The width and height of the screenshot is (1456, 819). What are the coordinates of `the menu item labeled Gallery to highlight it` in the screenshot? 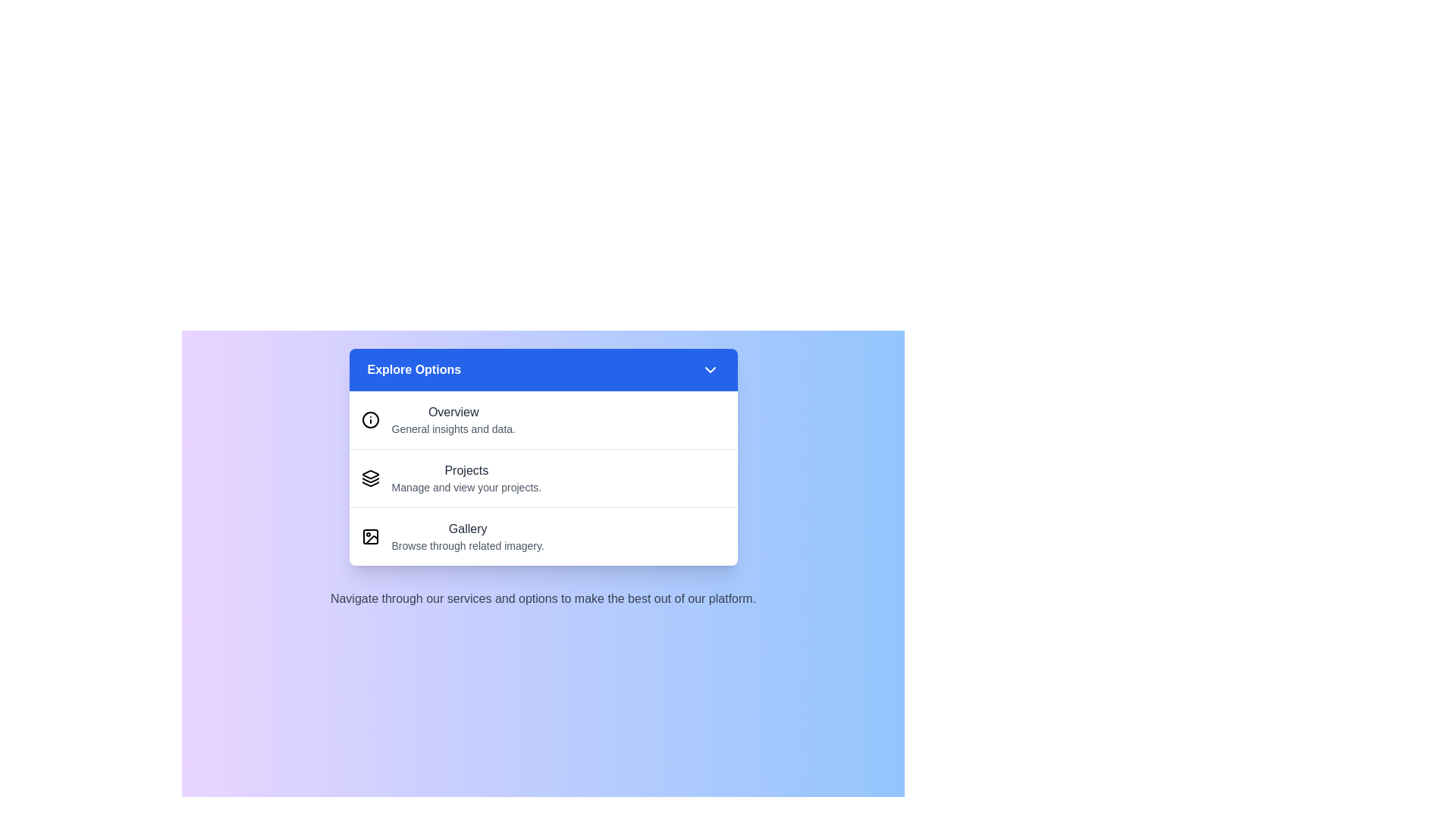 It's located at (543, 535).